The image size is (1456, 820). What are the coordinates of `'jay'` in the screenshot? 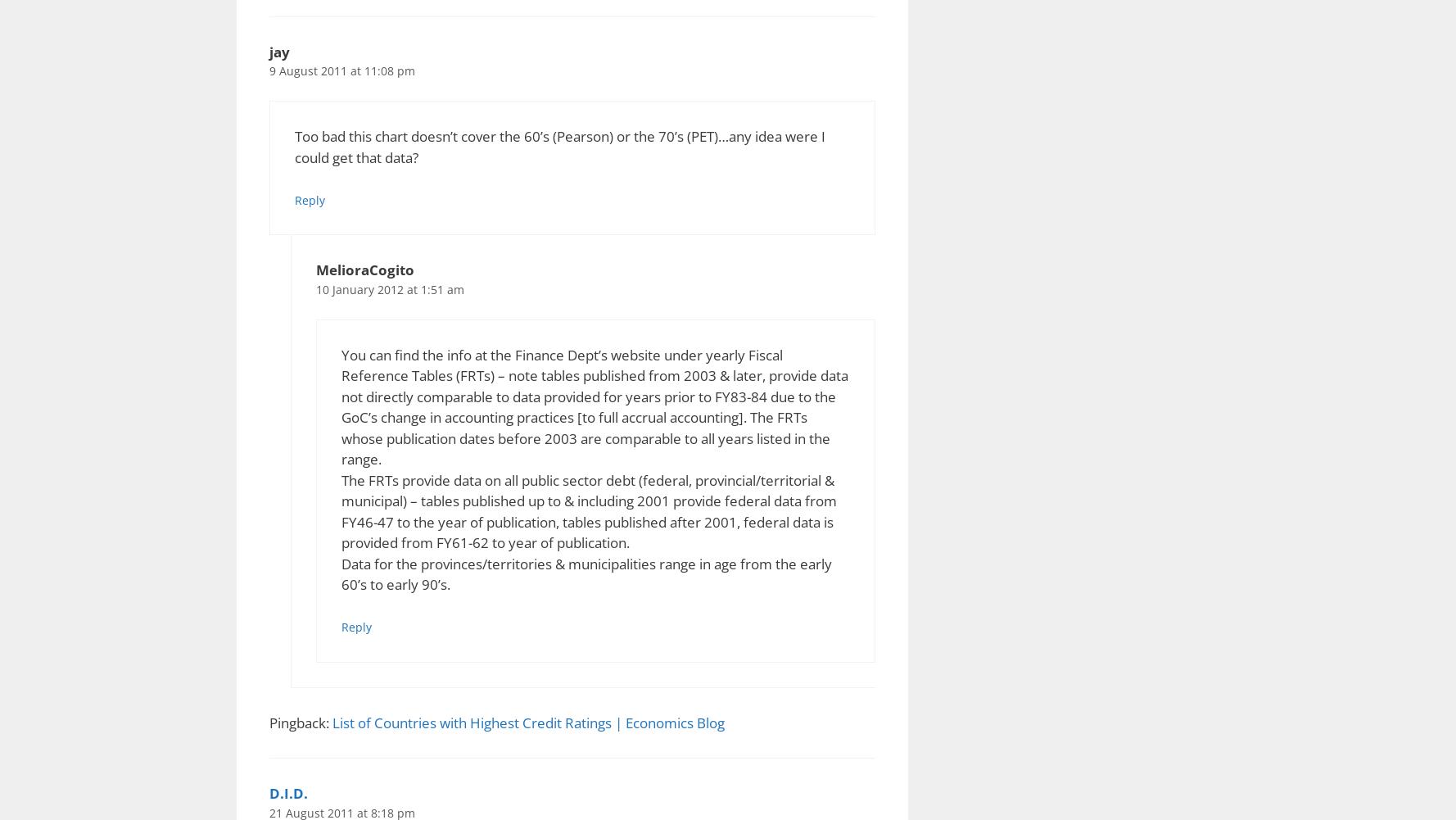 It's located at (278, 51).